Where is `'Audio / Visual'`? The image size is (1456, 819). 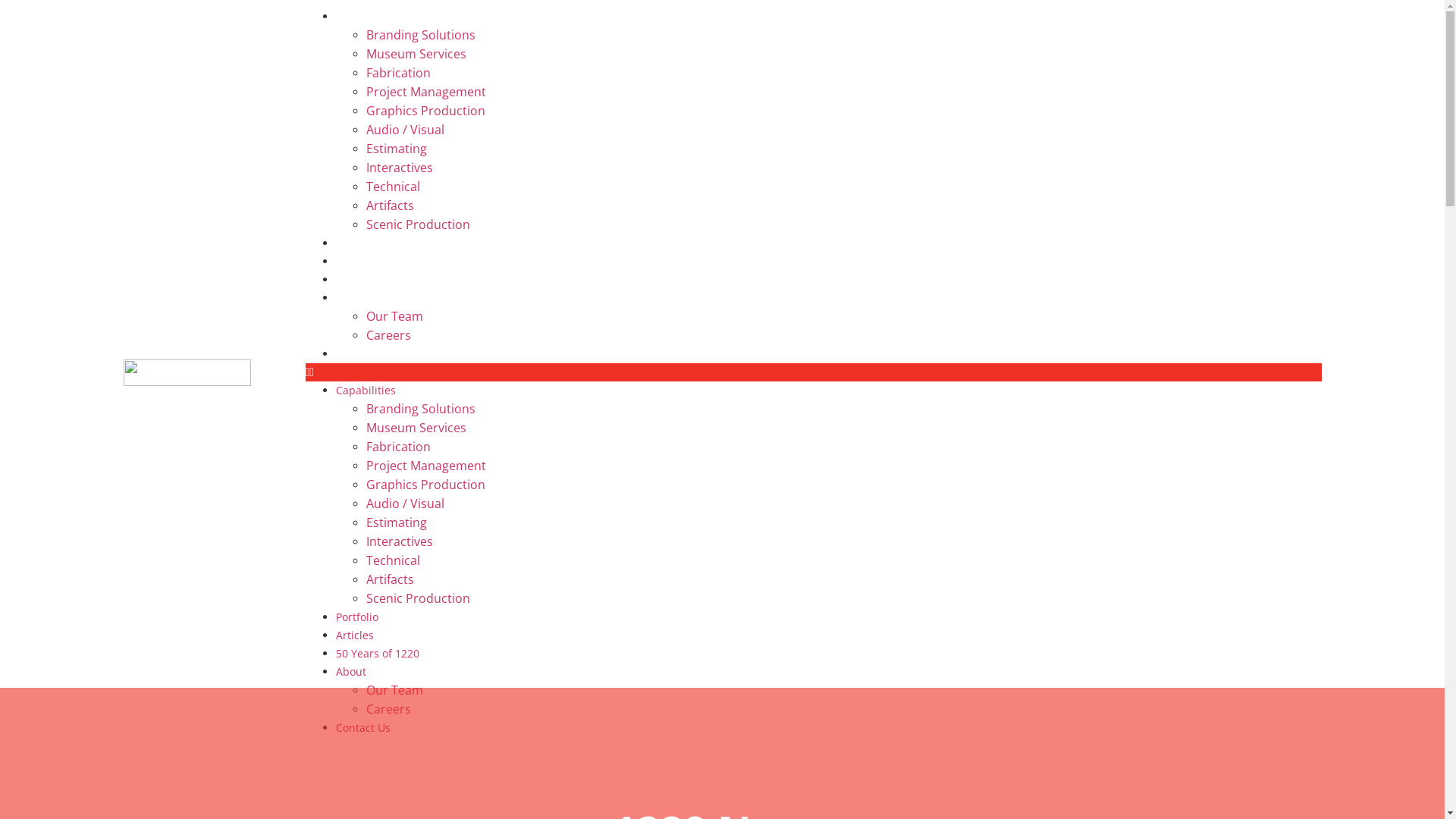 'Audio / Visual' is located at coordinates (404, 128).